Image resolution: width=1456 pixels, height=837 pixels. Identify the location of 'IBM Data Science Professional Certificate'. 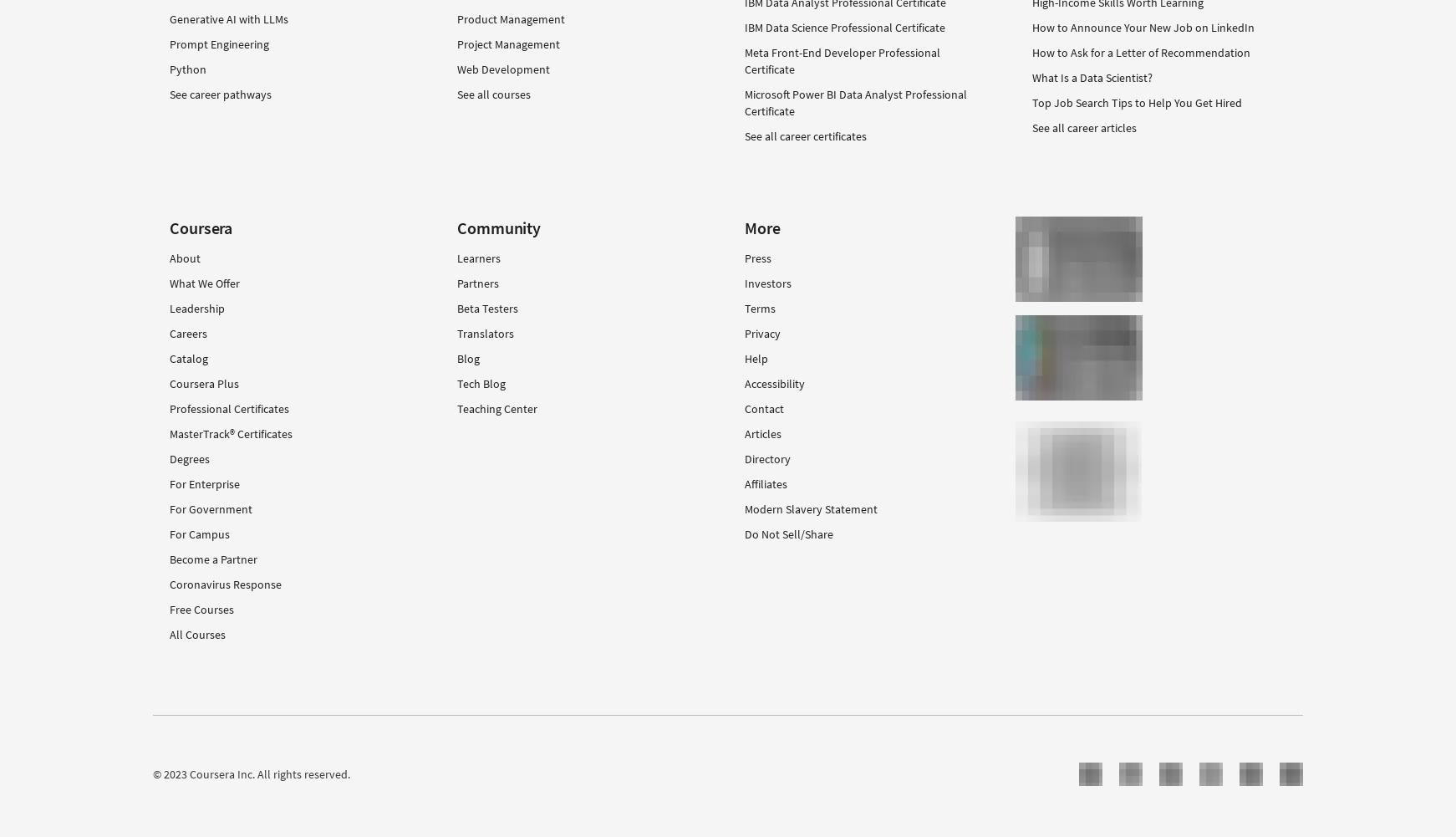
(844, 28).